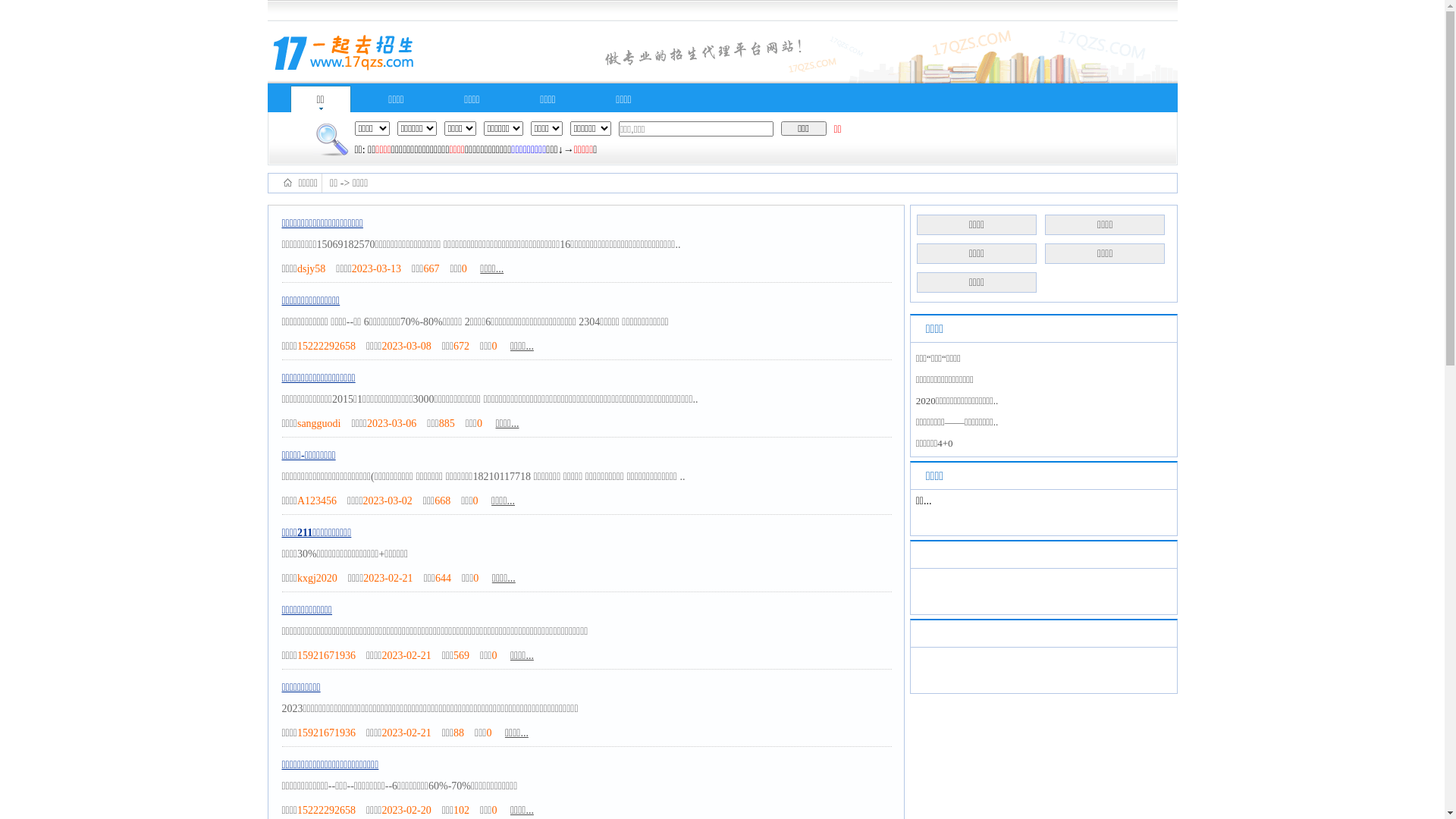 This screenshot has height=819, width=1456. Describe the element at coordinates (325, 346) in the screenshot. I see `'15222292658'` at that location.